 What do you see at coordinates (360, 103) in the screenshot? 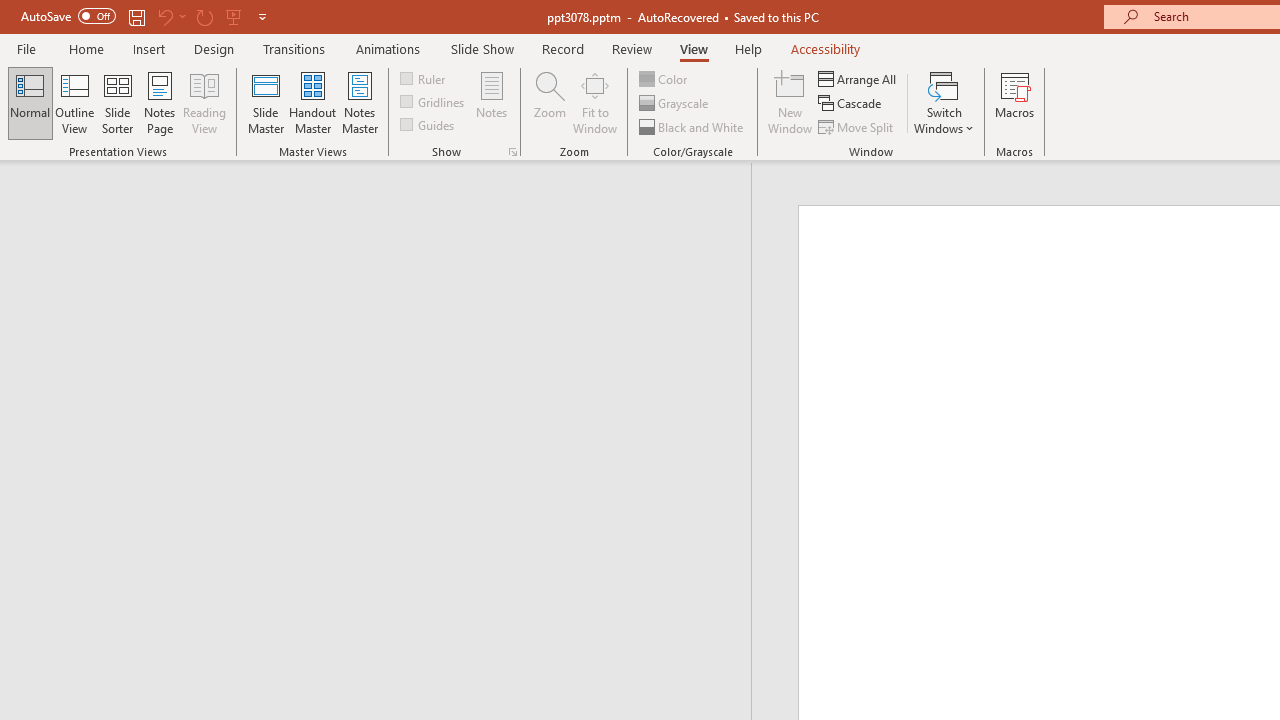
I see `'Notes Master'` at bounding box center [360, 103].